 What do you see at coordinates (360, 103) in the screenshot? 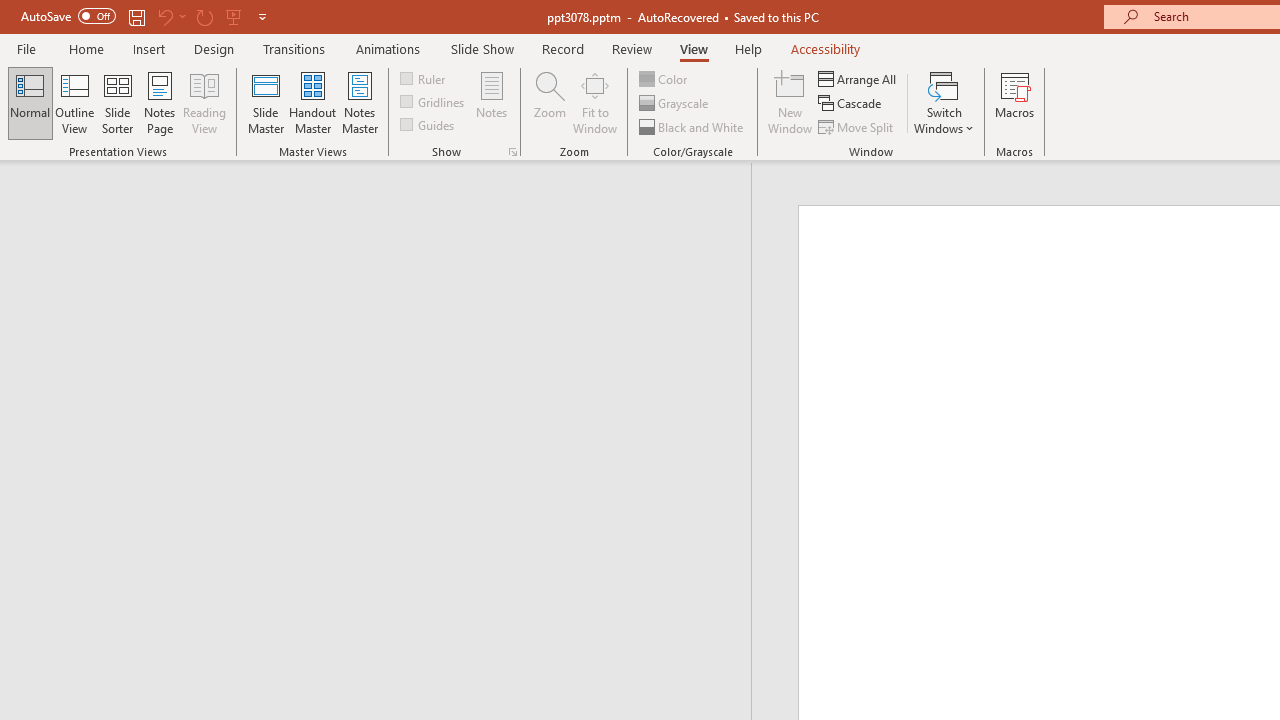
I see `'Notes Master'` at bounding box center [360, 103].